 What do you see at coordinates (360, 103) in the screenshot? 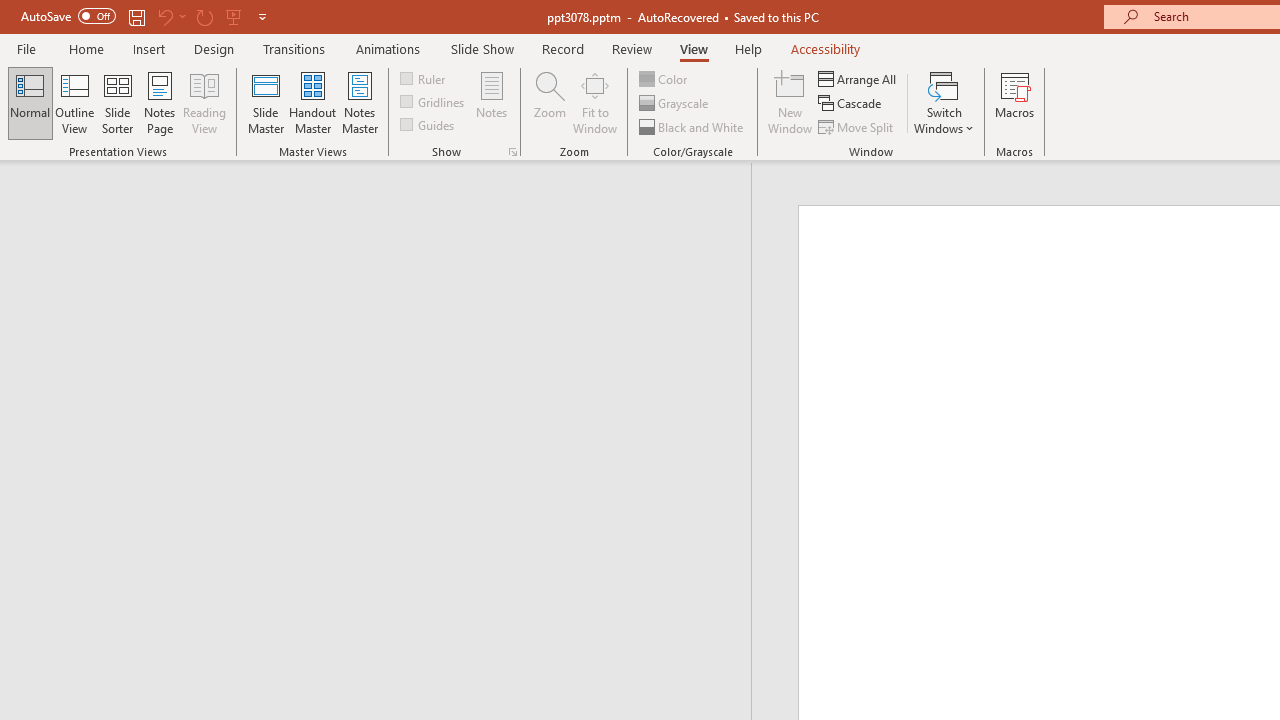
I see `'Notes Master'` at bounding box center [360, 103].